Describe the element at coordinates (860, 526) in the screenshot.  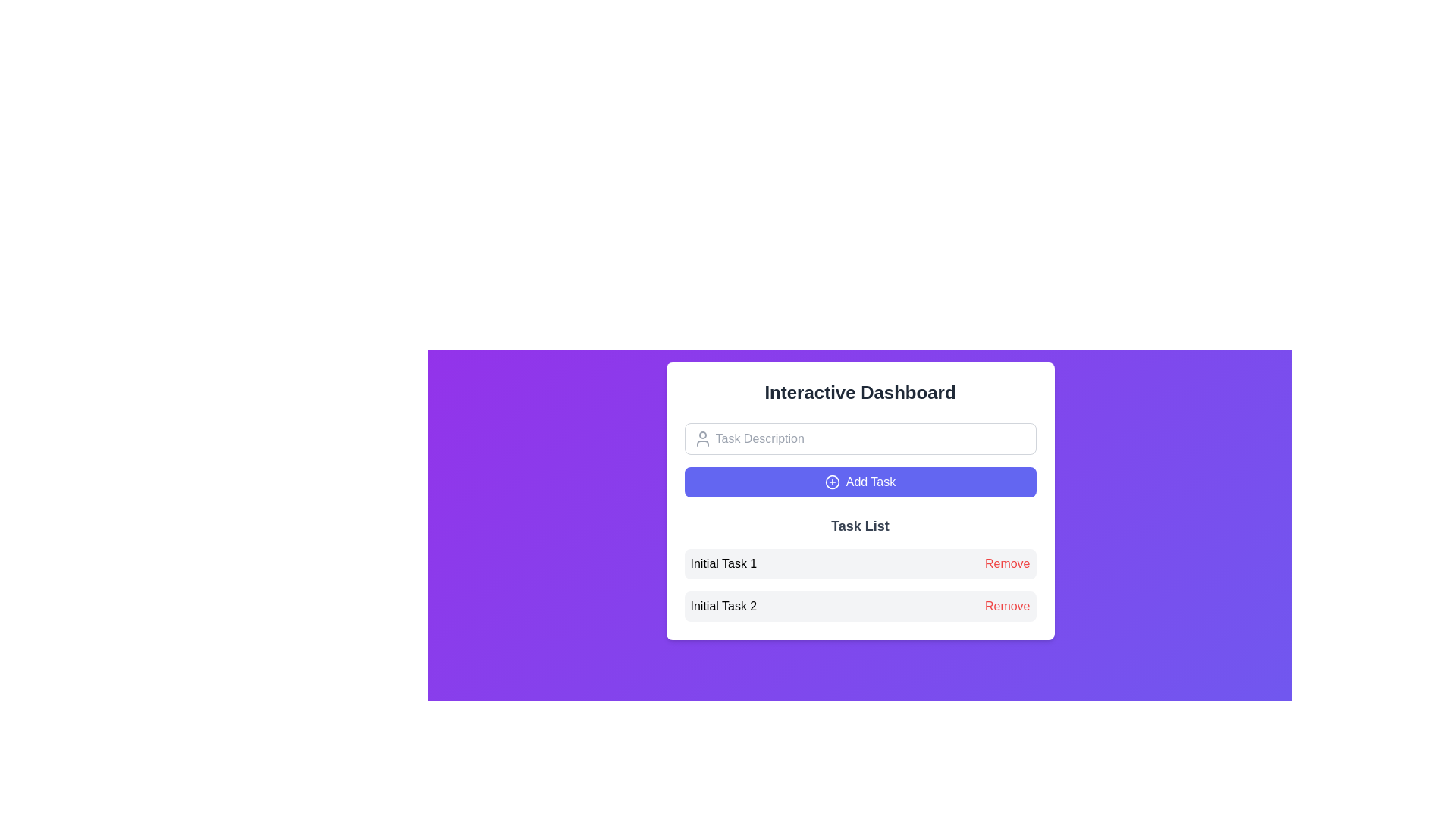
I see `the static text label that displays 'Task List', which is styled in bold and slightly larger font, located centrally on a white card-like area` at that location.